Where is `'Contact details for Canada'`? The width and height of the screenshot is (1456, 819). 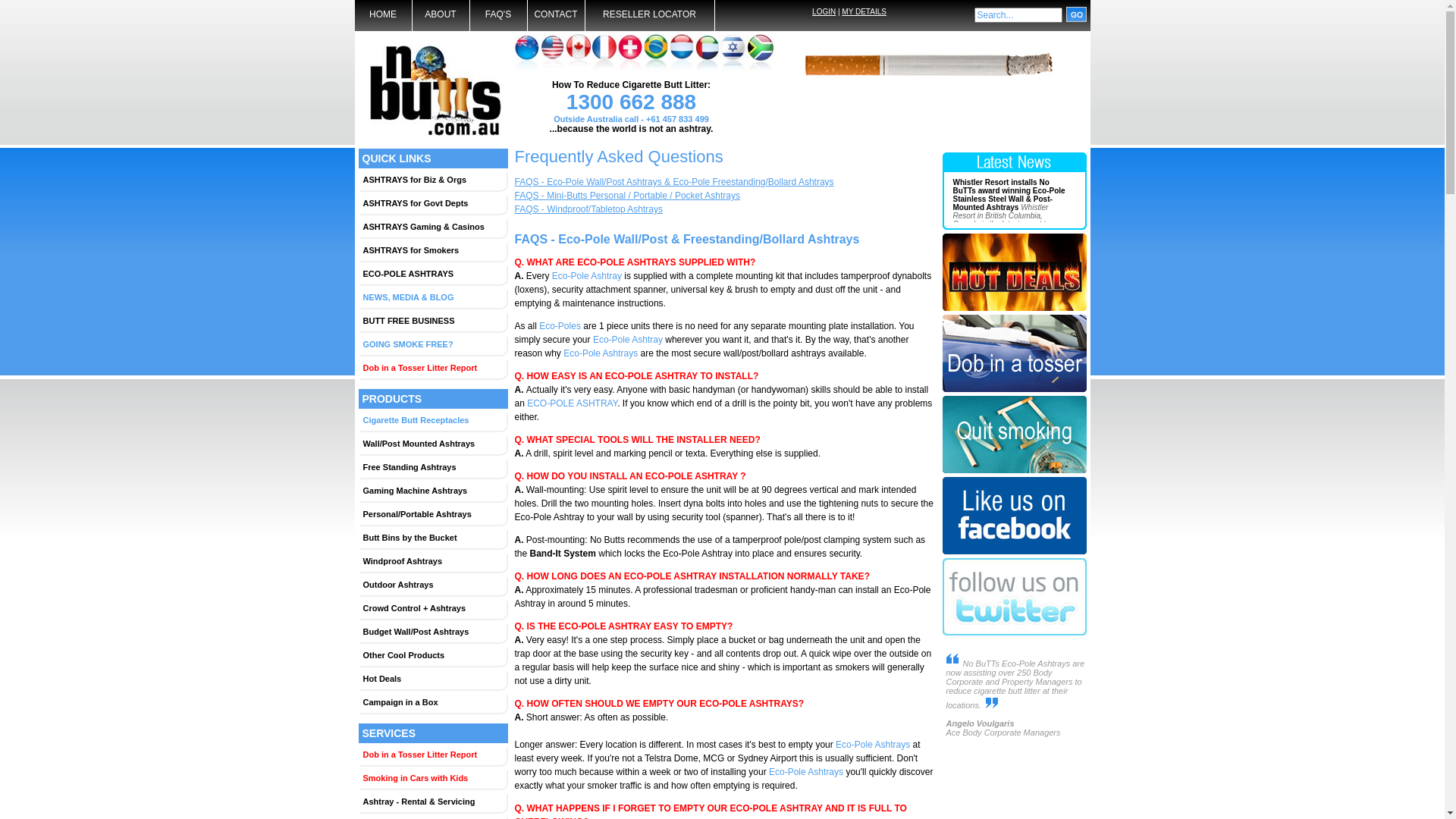
'Contact details for Canada' is located at coordinates (578, 52).